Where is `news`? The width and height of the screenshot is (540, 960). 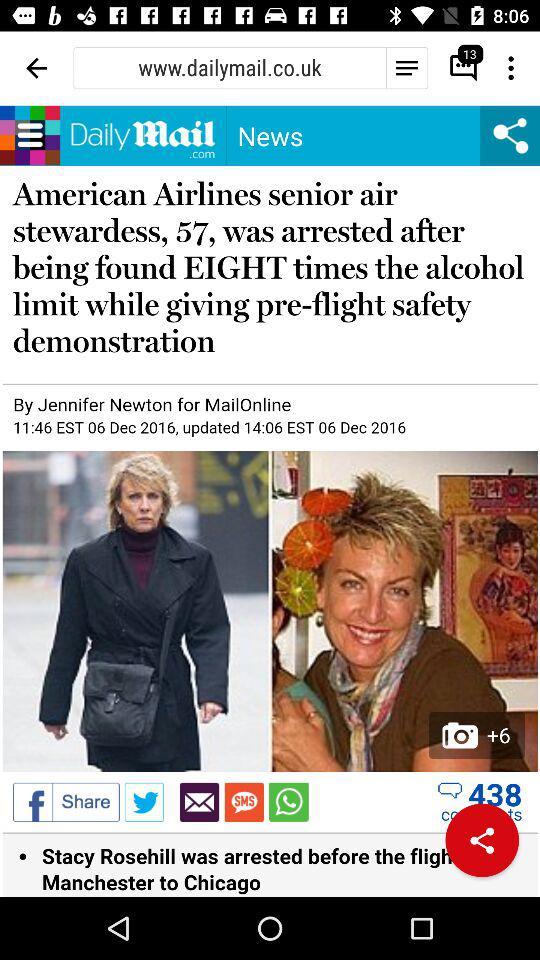 news is located at coordinates (270, 500).